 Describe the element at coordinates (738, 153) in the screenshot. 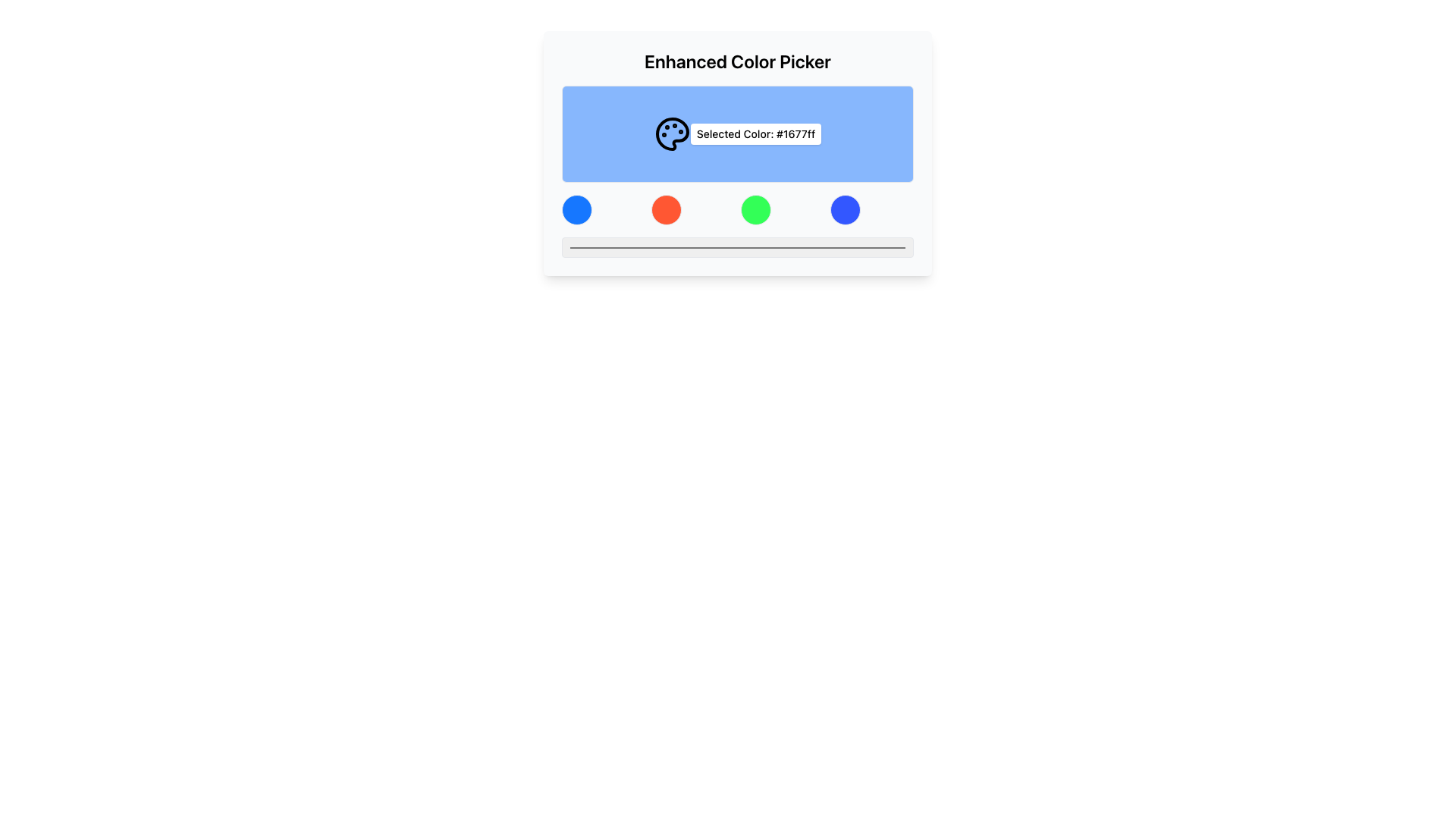

I see `the Display Area that shows the currently selected color in the Enhanced Color Picker feature card` at that location.